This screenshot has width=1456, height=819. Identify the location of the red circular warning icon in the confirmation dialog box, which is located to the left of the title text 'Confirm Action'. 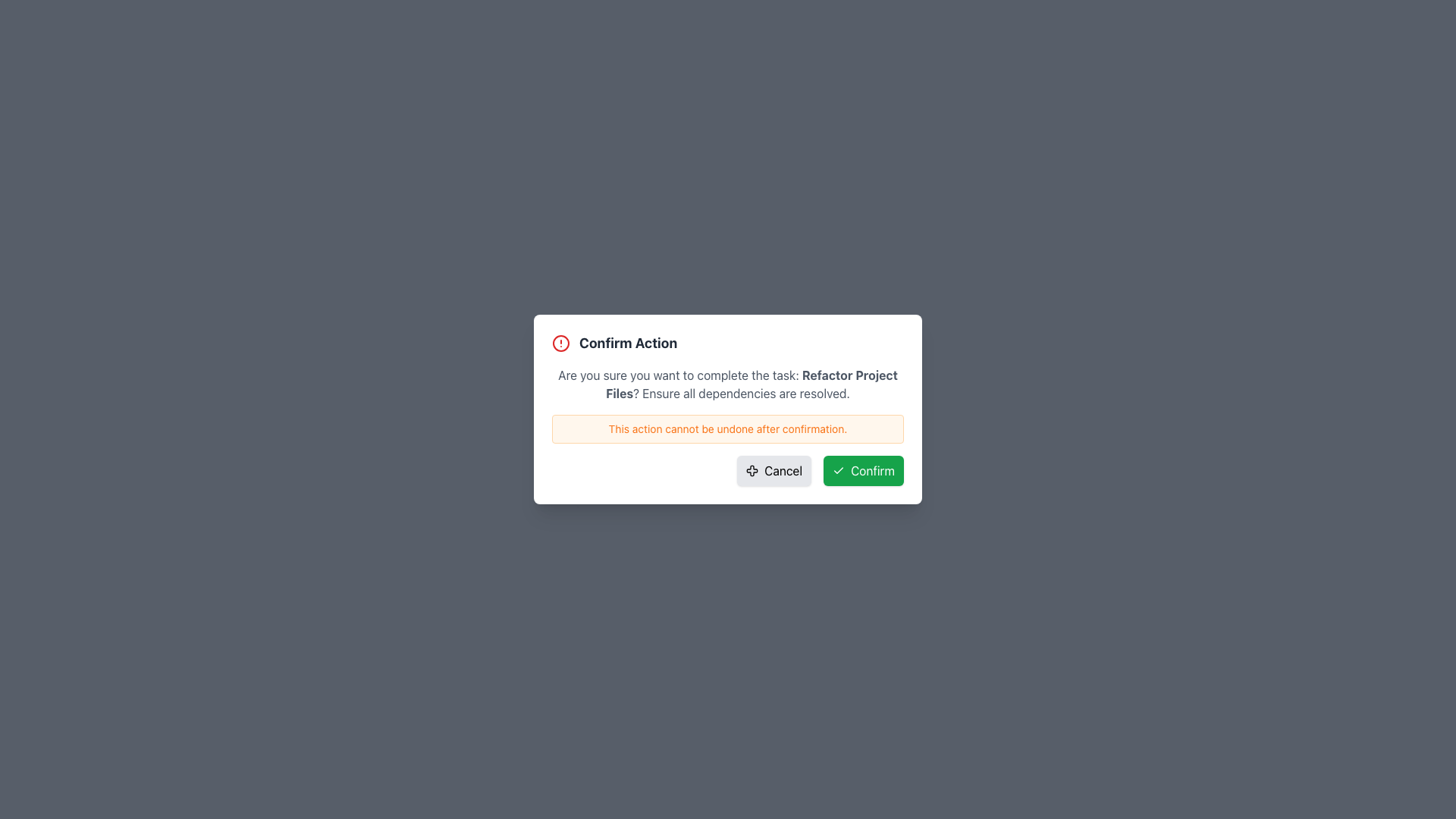
(560, 343).